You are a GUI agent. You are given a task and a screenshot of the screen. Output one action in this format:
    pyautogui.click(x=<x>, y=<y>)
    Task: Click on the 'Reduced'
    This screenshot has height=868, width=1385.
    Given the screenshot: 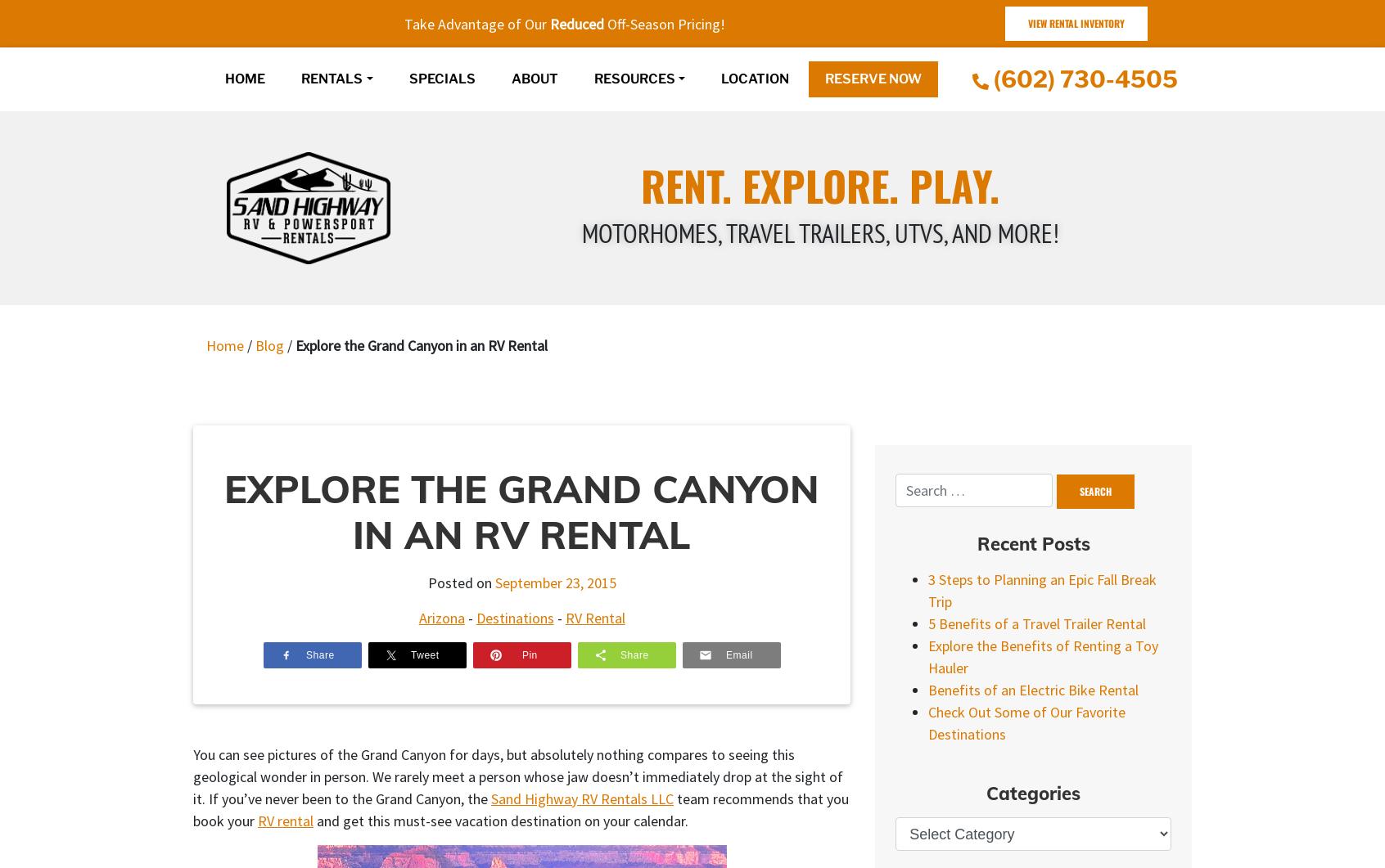 What is the action you would take?
    pyautogui.click(x=576, y=23)
    